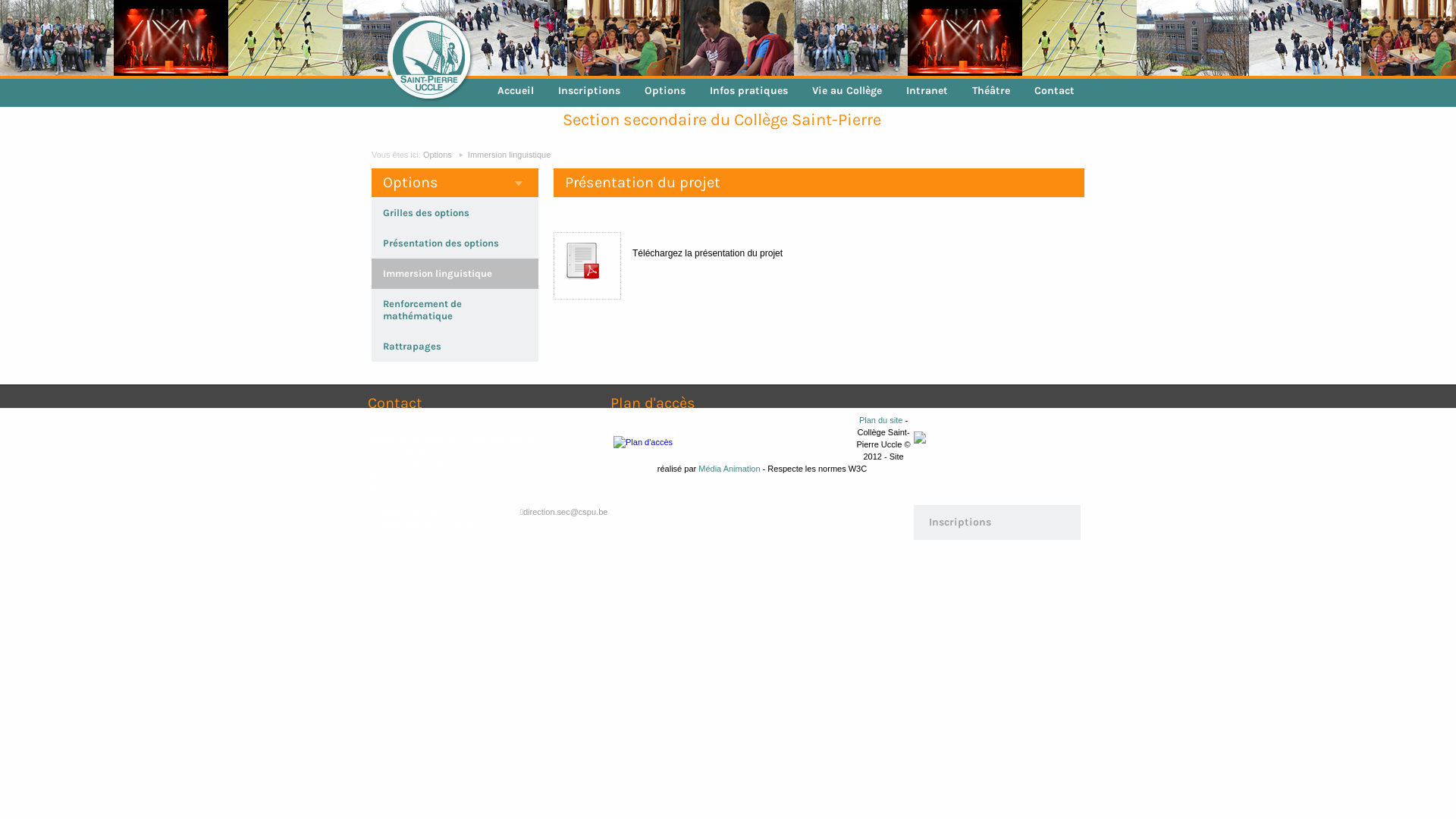  Describe the element at coordinates (563, 512) in the screenshot. I see `'direction.sec@cspu.be'` at that location.